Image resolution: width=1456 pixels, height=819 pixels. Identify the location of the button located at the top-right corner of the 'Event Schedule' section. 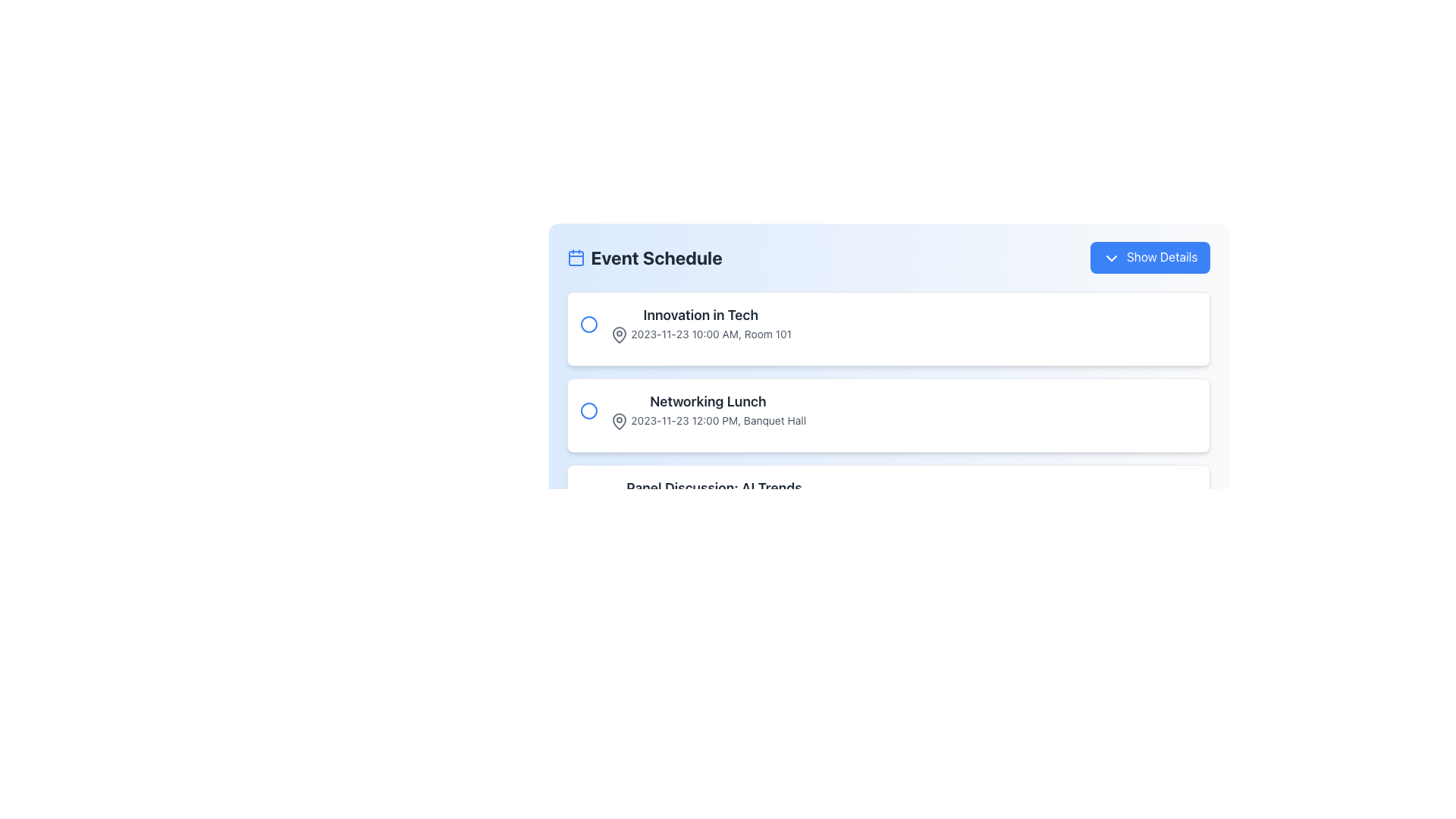
(1150, 256).